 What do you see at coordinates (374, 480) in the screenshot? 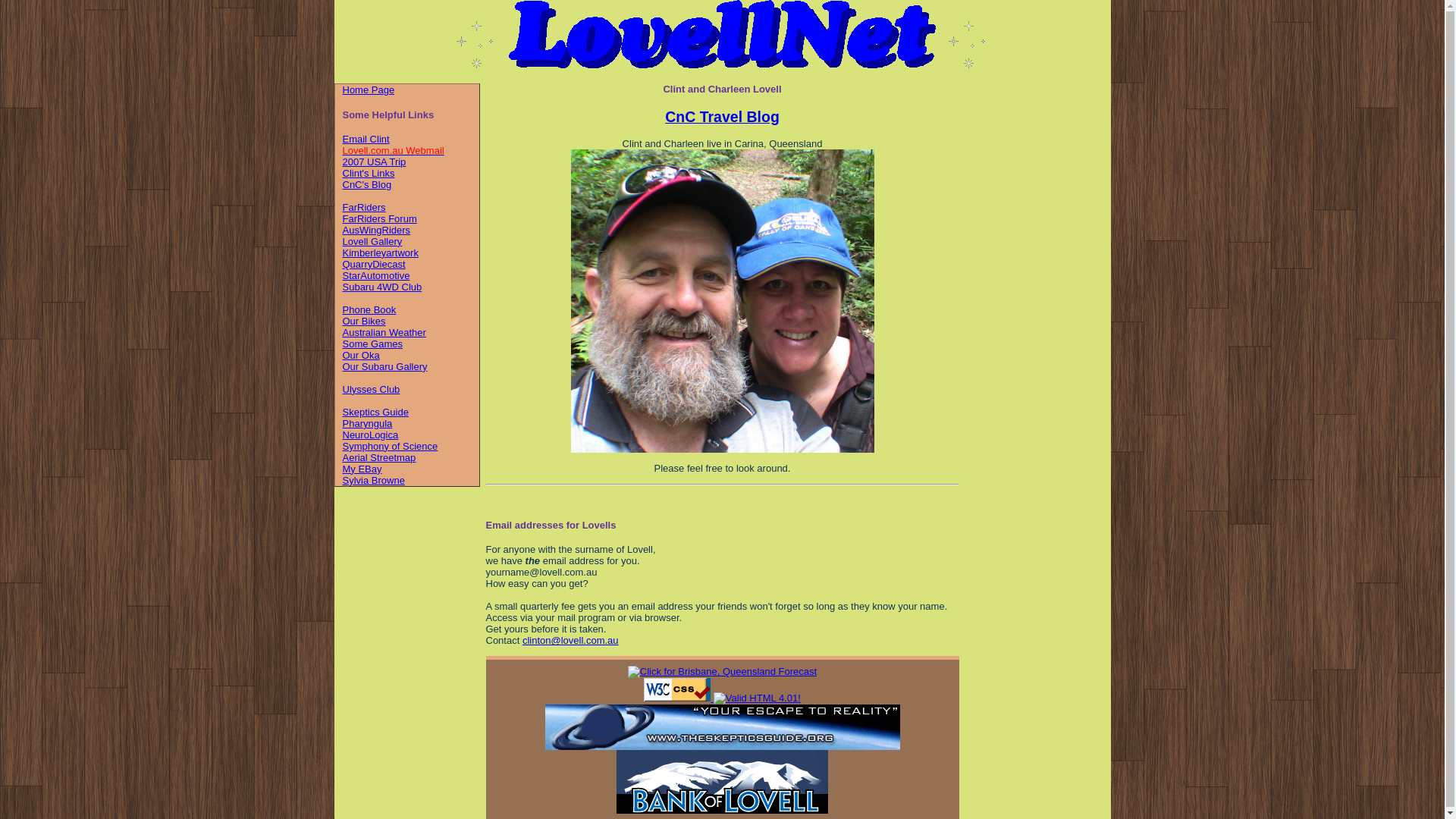
I see `'Sylvia Browne'` at bounding box center [374, 480].